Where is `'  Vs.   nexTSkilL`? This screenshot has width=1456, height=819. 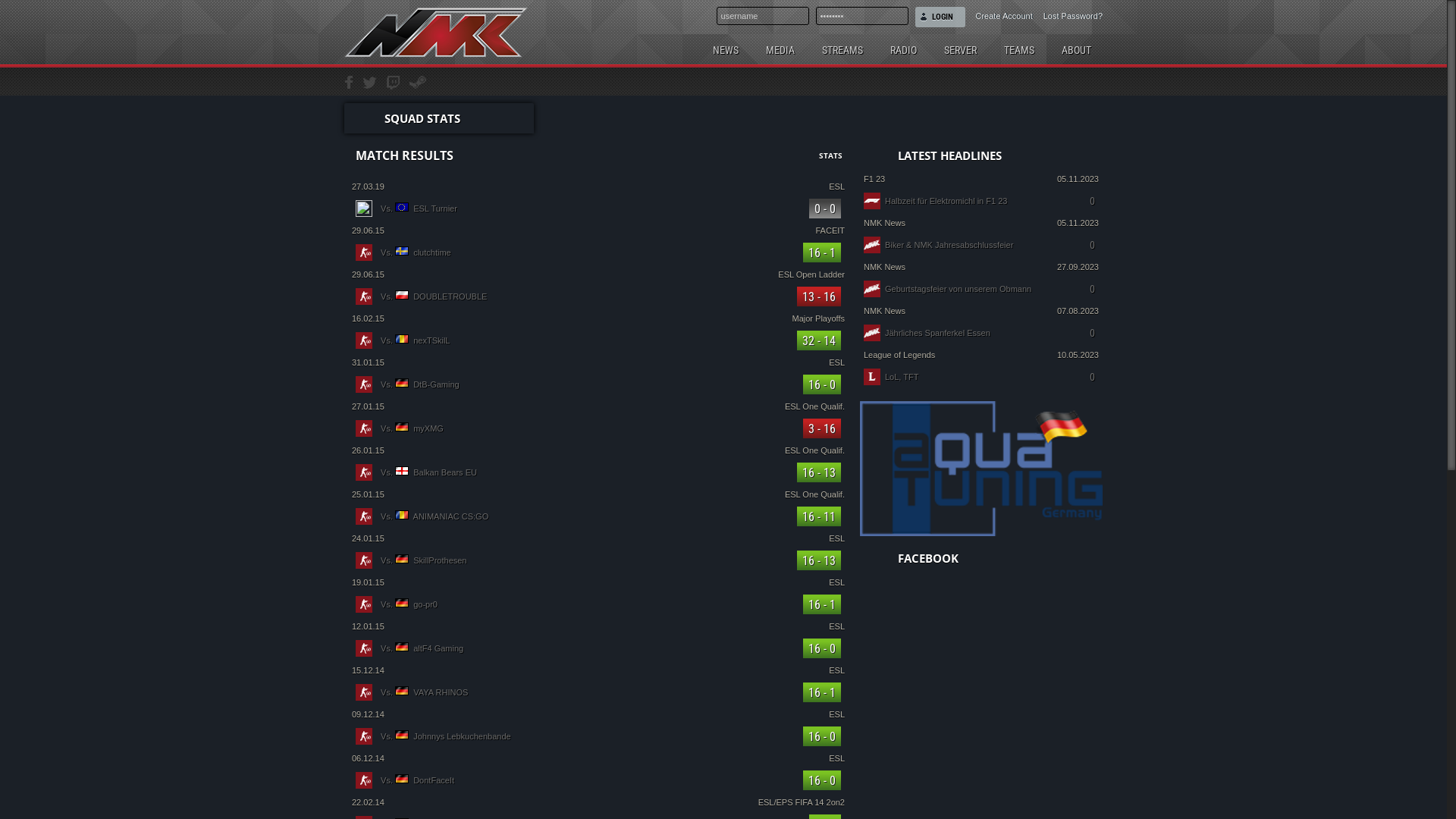
'  Vs.   nexTSkilL is located at coordinates (597, 339).